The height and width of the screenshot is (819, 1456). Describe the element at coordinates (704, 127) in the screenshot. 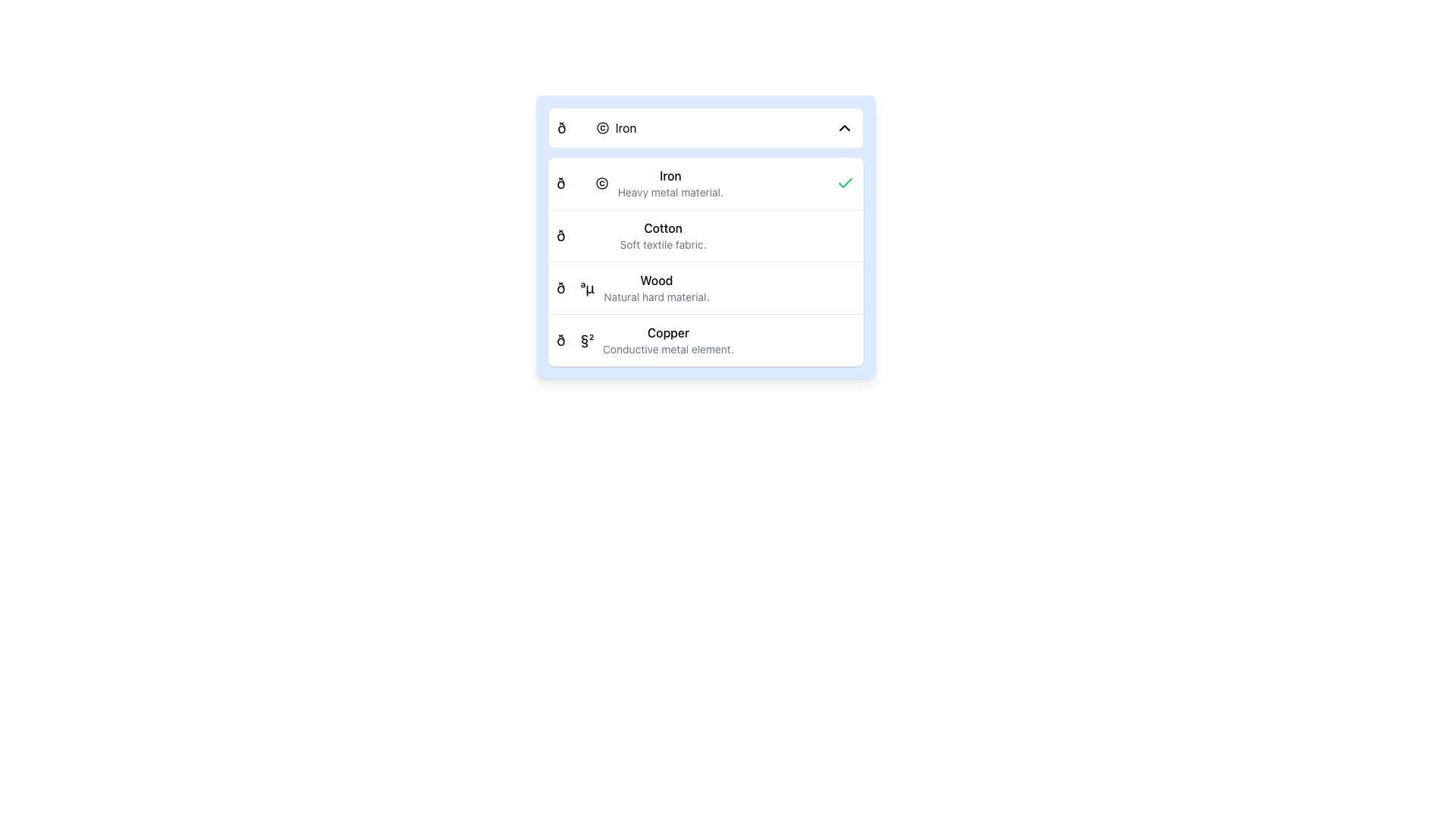

I see `the Drop-down Menu Header labeled 'Iron' for keyboard navigation` at that location.